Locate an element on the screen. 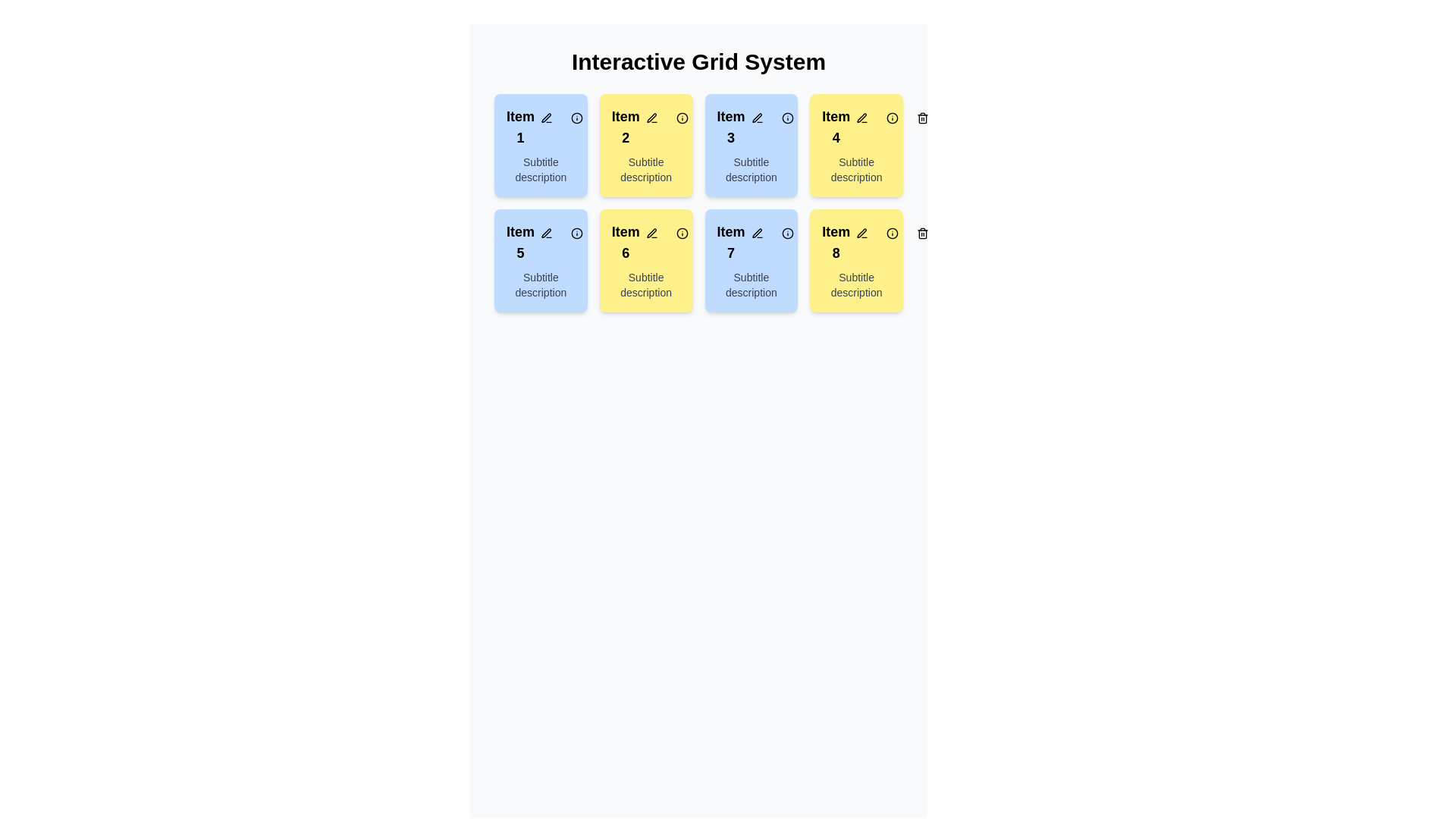 Image resolution: width=1456 pixels, height=819 pixels. the Card displaying 'Item 6' located in the second row and second column of the grid layout is located at coordinates (646, 242).